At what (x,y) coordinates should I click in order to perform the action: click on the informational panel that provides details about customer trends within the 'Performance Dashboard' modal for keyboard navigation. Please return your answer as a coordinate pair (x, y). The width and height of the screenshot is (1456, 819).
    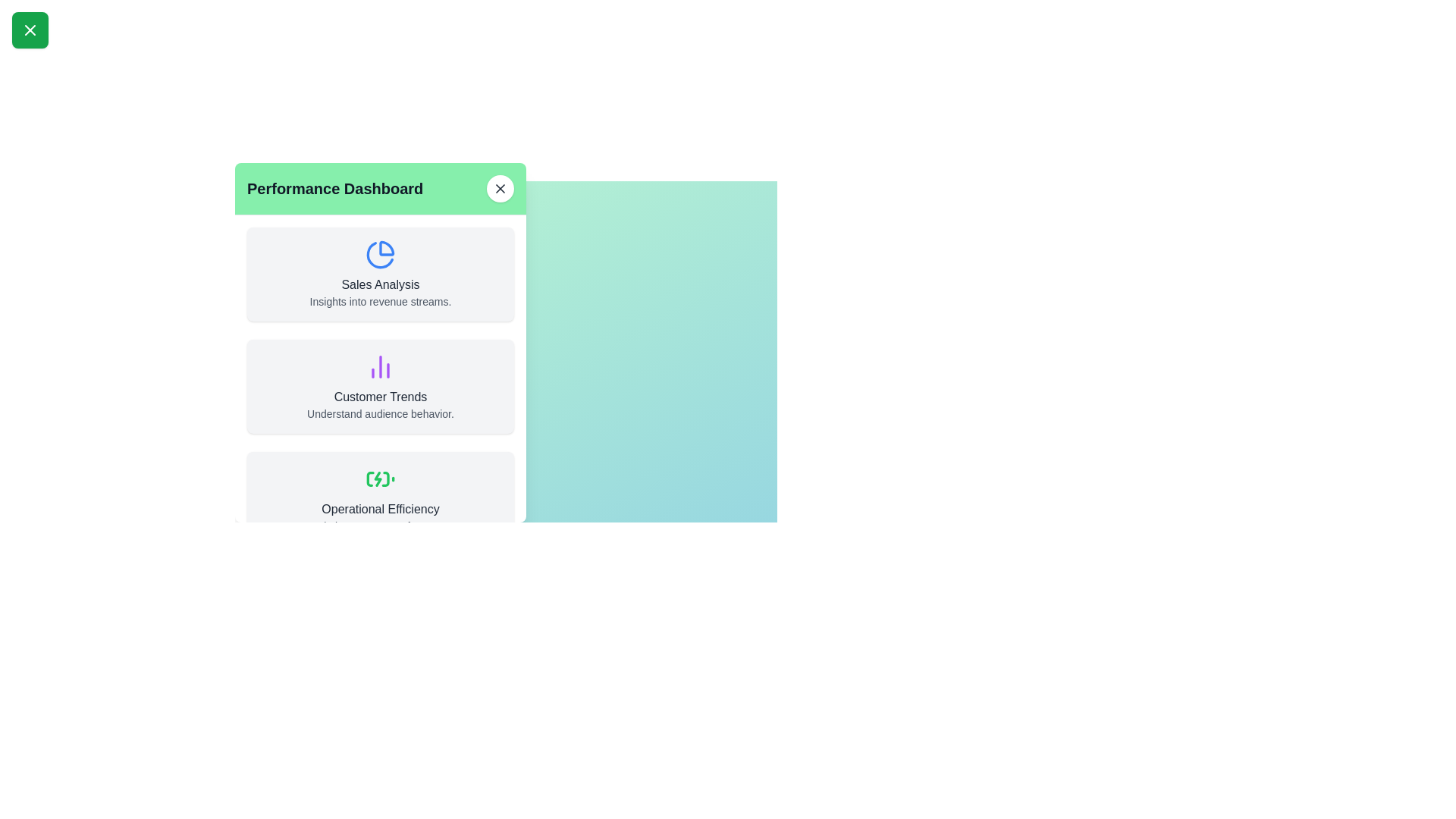
    Looking at the image, I should click on (506, 342).